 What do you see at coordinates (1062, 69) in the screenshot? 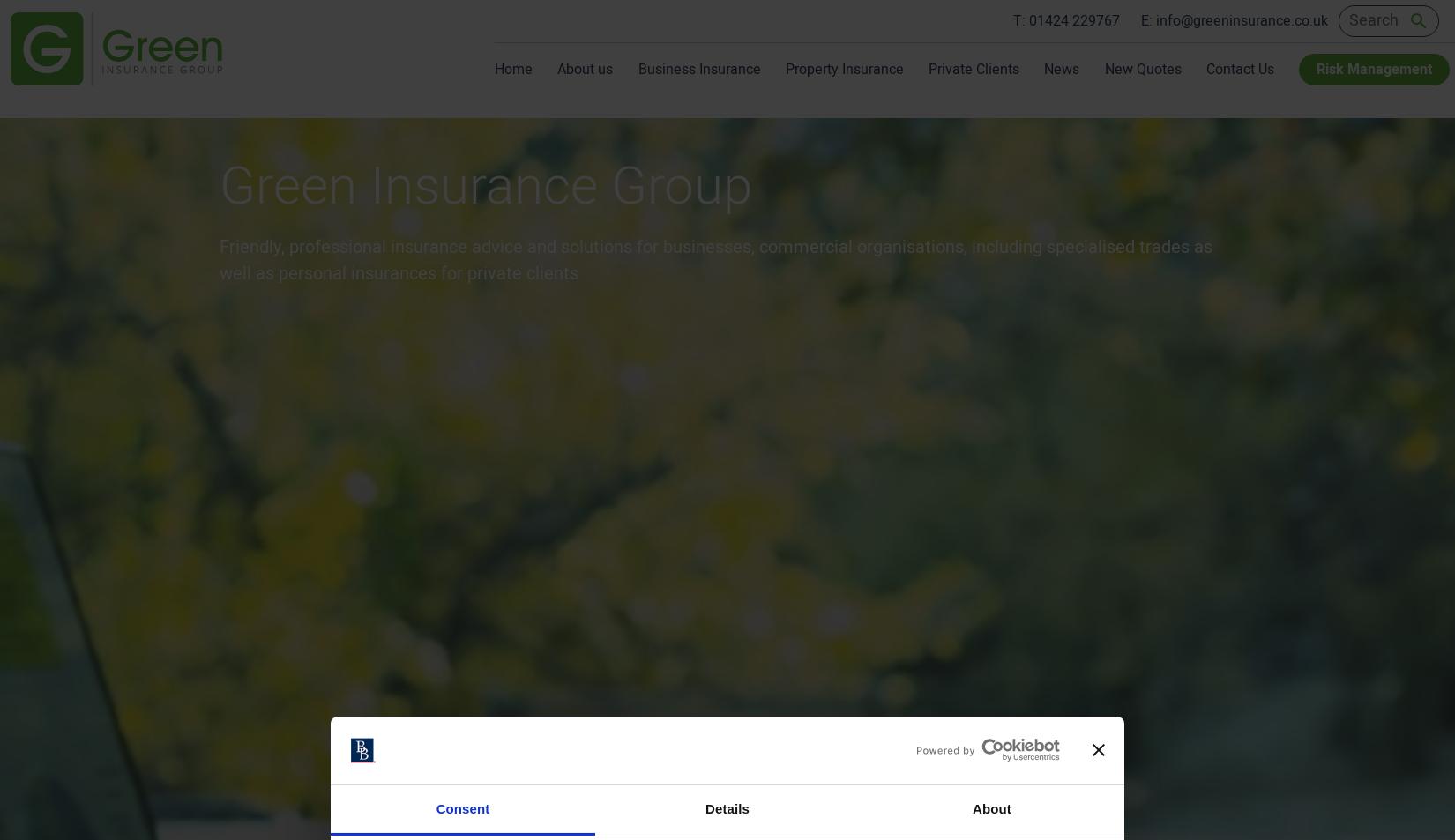
I see `'News'` at bounding box center [1062, 69].